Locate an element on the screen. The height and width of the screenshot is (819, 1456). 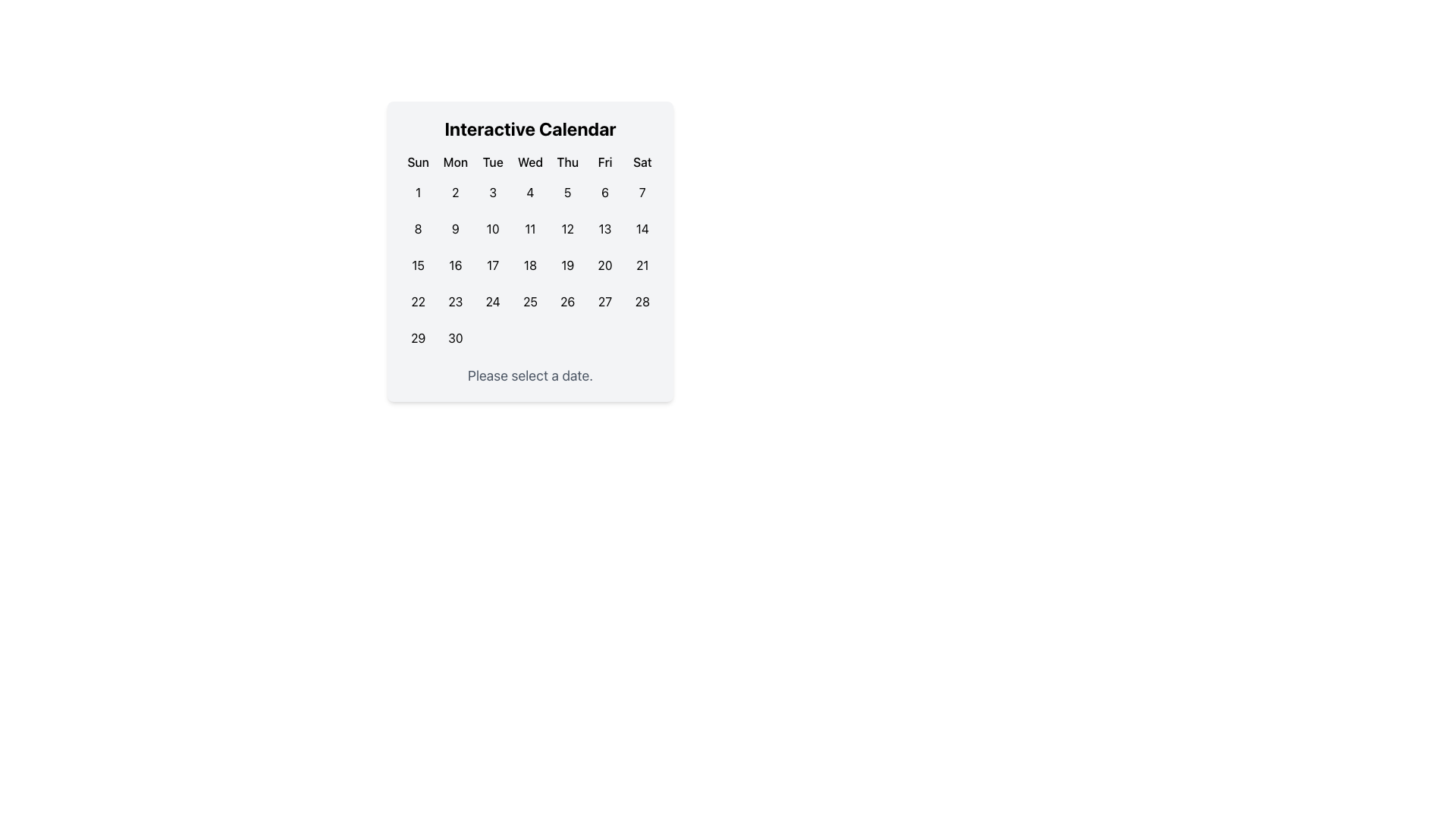
the Button-like interactive grid cell representing the 26th day of the currently displayed month in the calendar grid is located at coordinates (566, 301).